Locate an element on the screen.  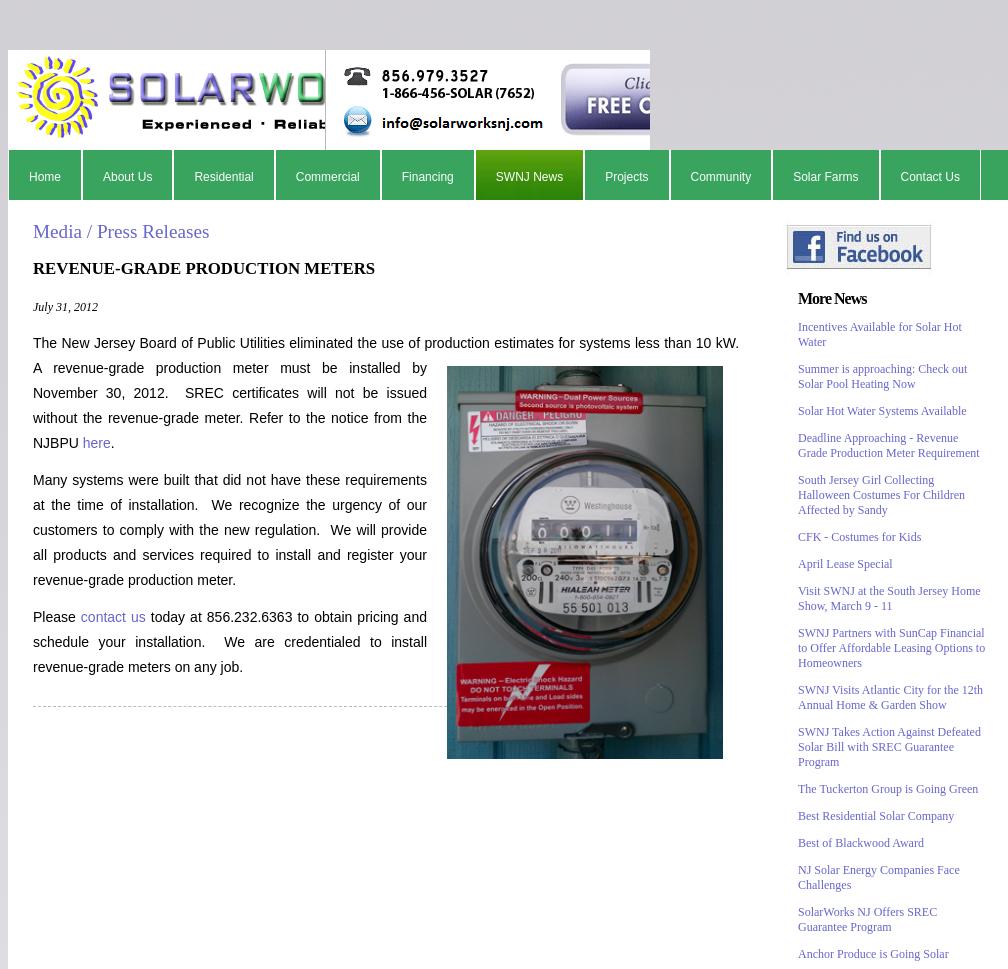
'CFK - Costumes for Kids' is located at coordinates (859, 537).